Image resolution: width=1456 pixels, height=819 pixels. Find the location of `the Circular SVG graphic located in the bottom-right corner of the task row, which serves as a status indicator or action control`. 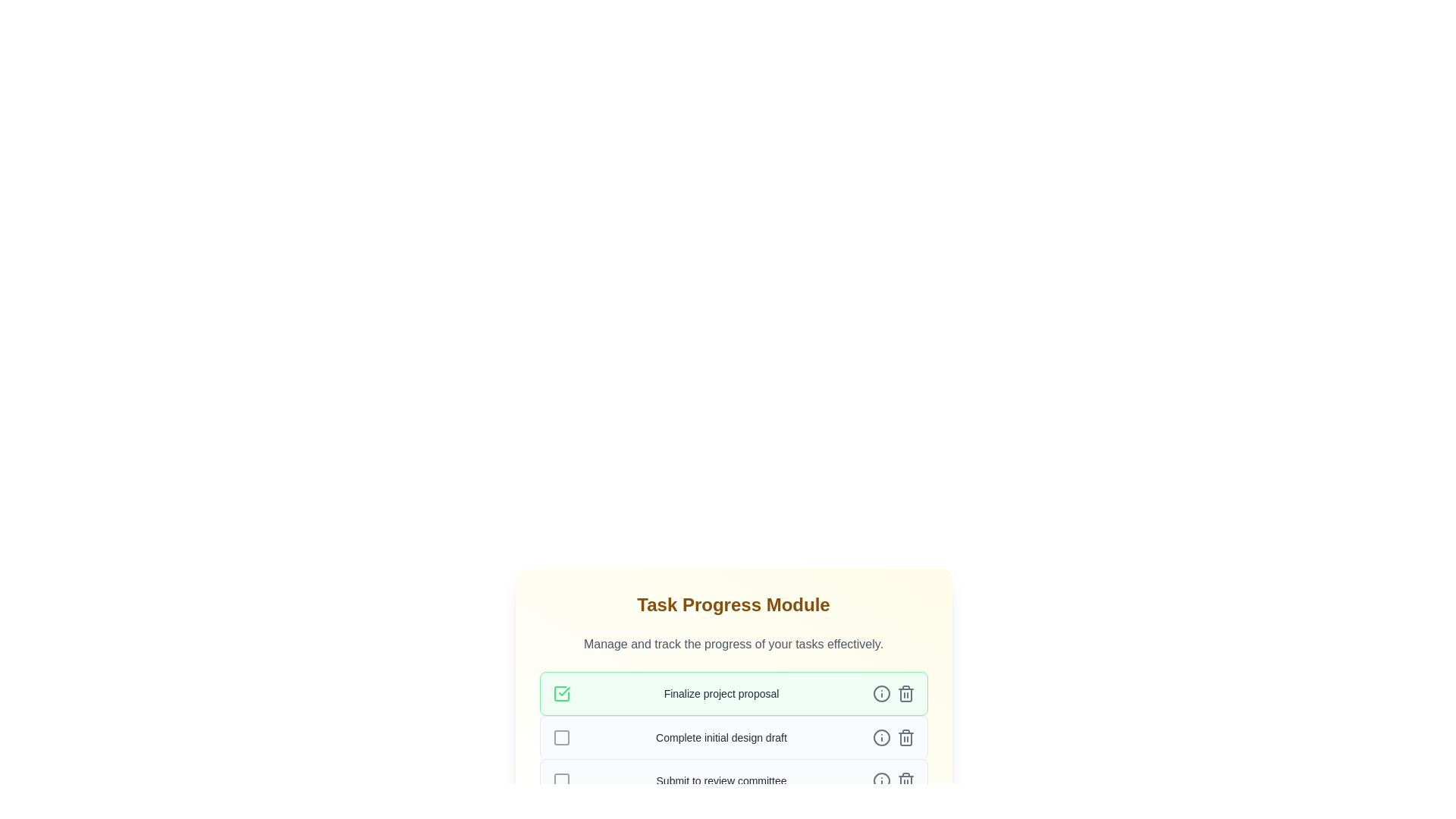

the Circular SVG graphic located in the bottom-right corner of the task row, which serves as a status indicator or action control is located at coordinates (881, 780).